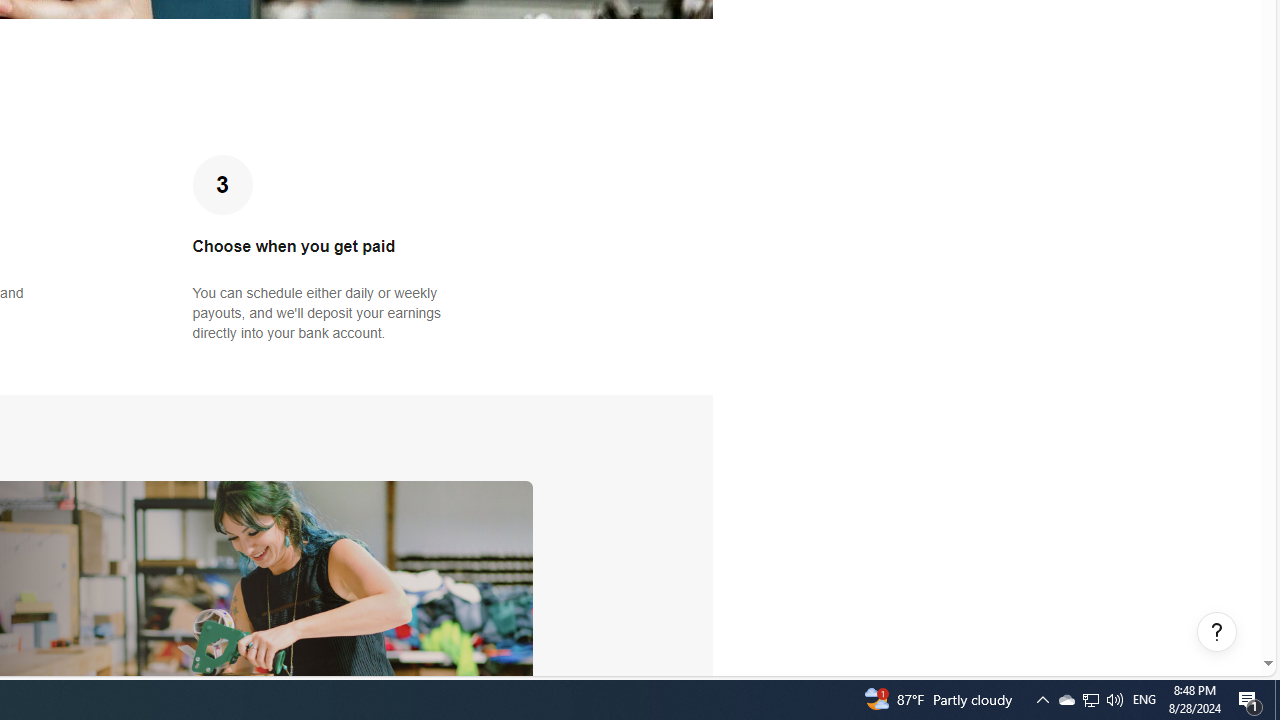 Image resolution: width=1280 pixels, height=720 pixels. What do you see at coordinates (1216, 632) in the screenshot?
I see `'Help, opens dialogs'` at bounding box center [1216, 632].